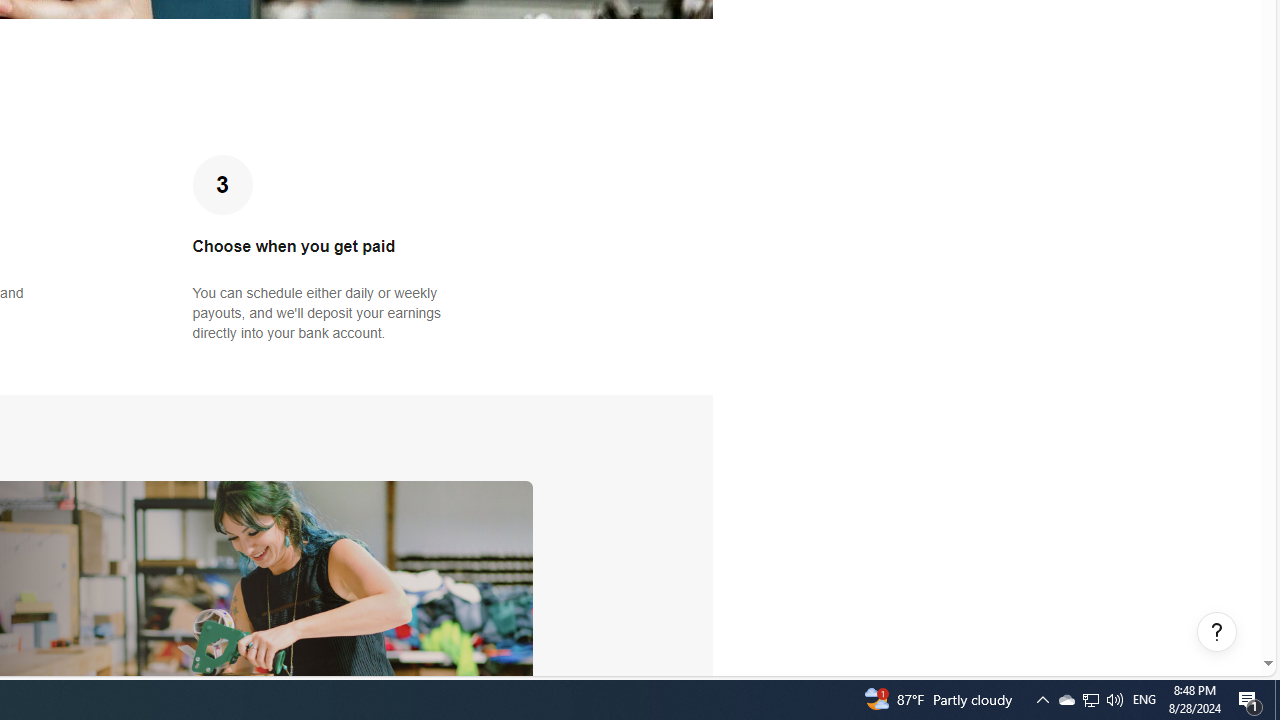 Image resolution: width=1280 pixels, height=720 pixels. What do you see at coordinates (1216, 632) in the screenshot?
I see `'Help, opens dialogs'` at bounding box center [1216, 632].